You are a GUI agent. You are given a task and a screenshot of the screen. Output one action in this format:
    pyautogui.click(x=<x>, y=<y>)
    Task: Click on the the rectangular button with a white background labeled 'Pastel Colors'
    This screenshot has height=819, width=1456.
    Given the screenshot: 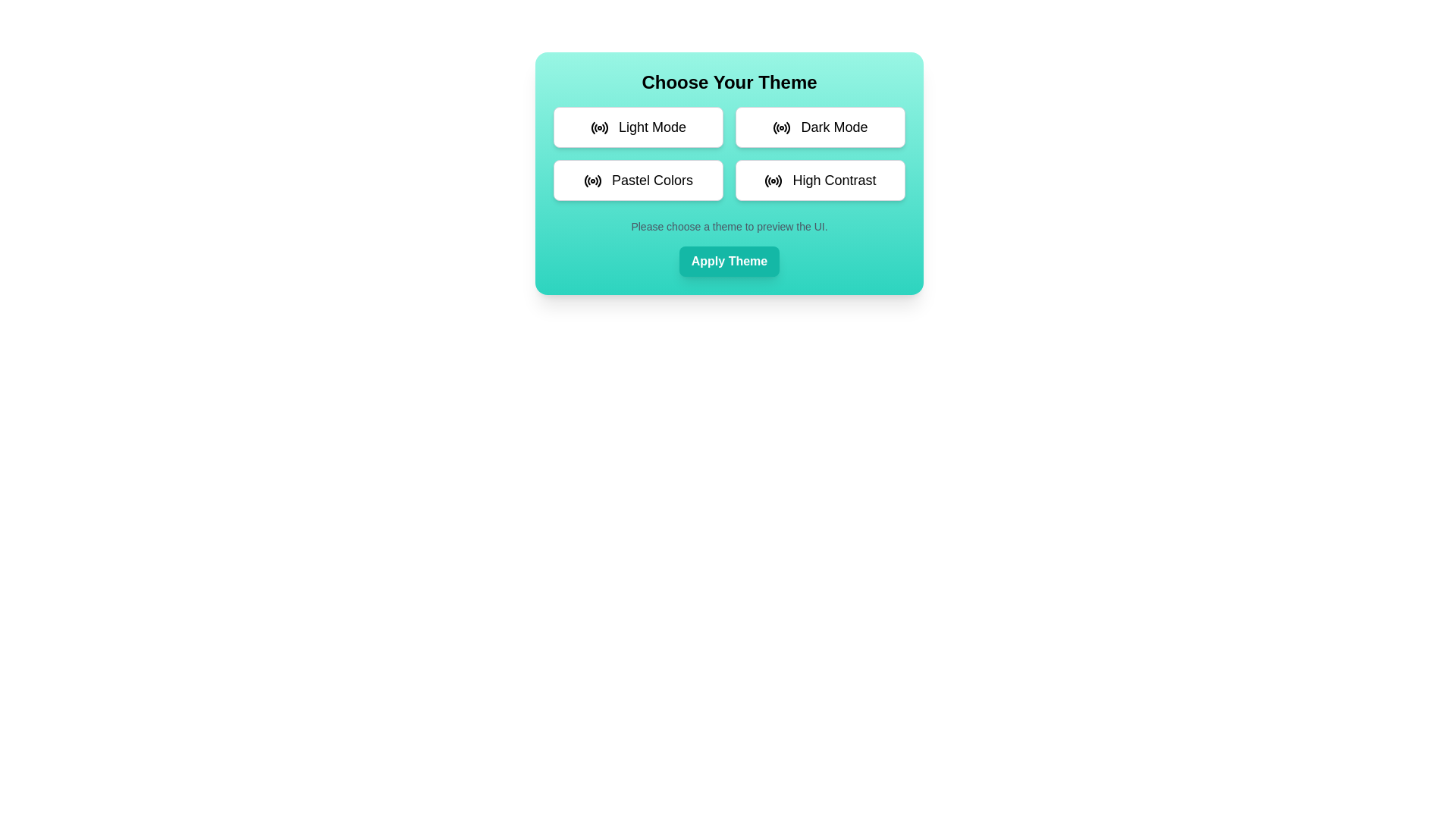 What is the action you would take?
    pyautogui.click(x=638, y=180)
    